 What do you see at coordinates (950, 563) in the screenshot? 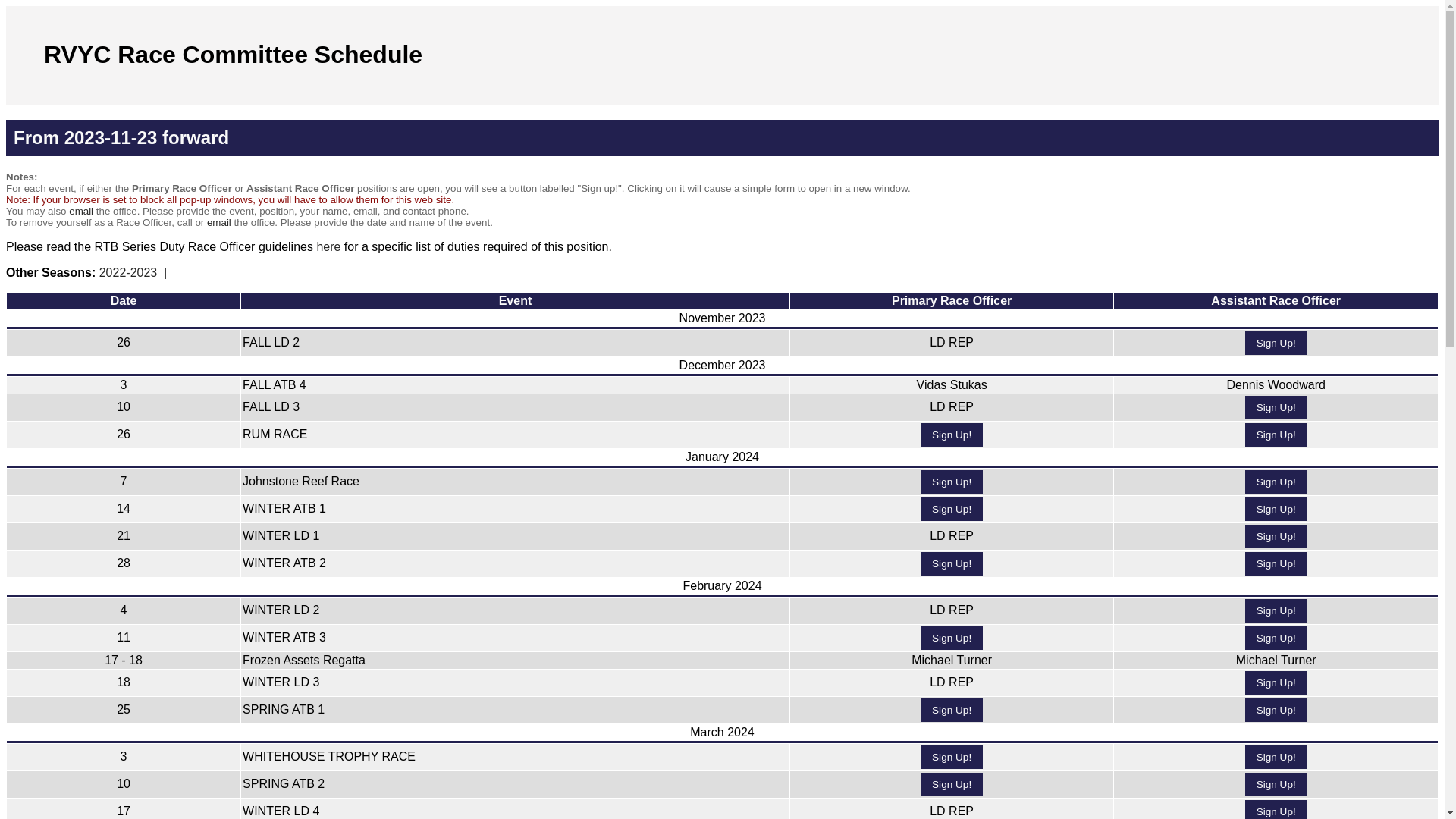
I see `'Sign Up!'` at bounding box center [950, 563].